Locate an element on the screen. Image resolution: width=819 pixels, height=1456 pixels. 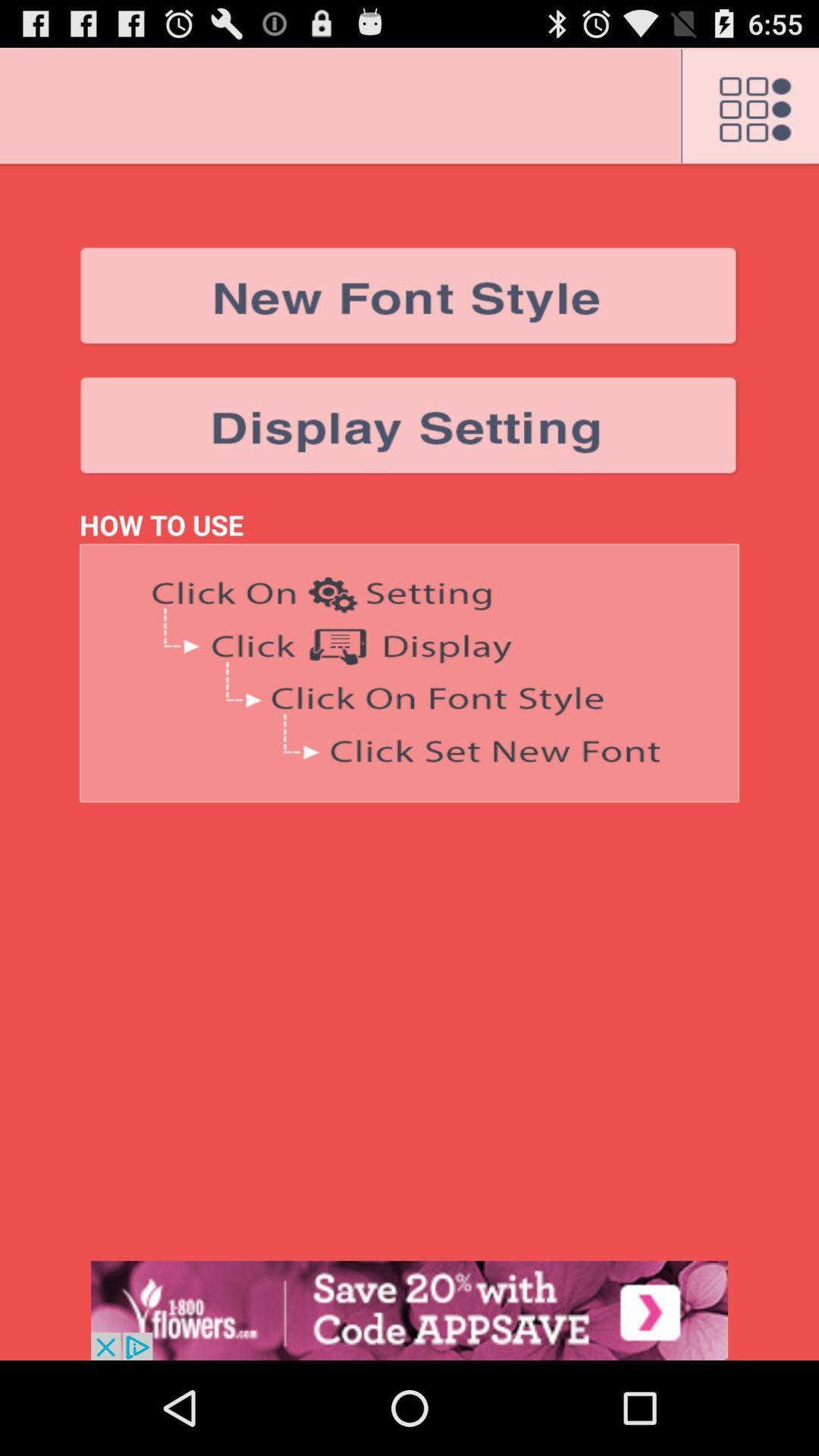
display setting is located at coordinates (409, 425).